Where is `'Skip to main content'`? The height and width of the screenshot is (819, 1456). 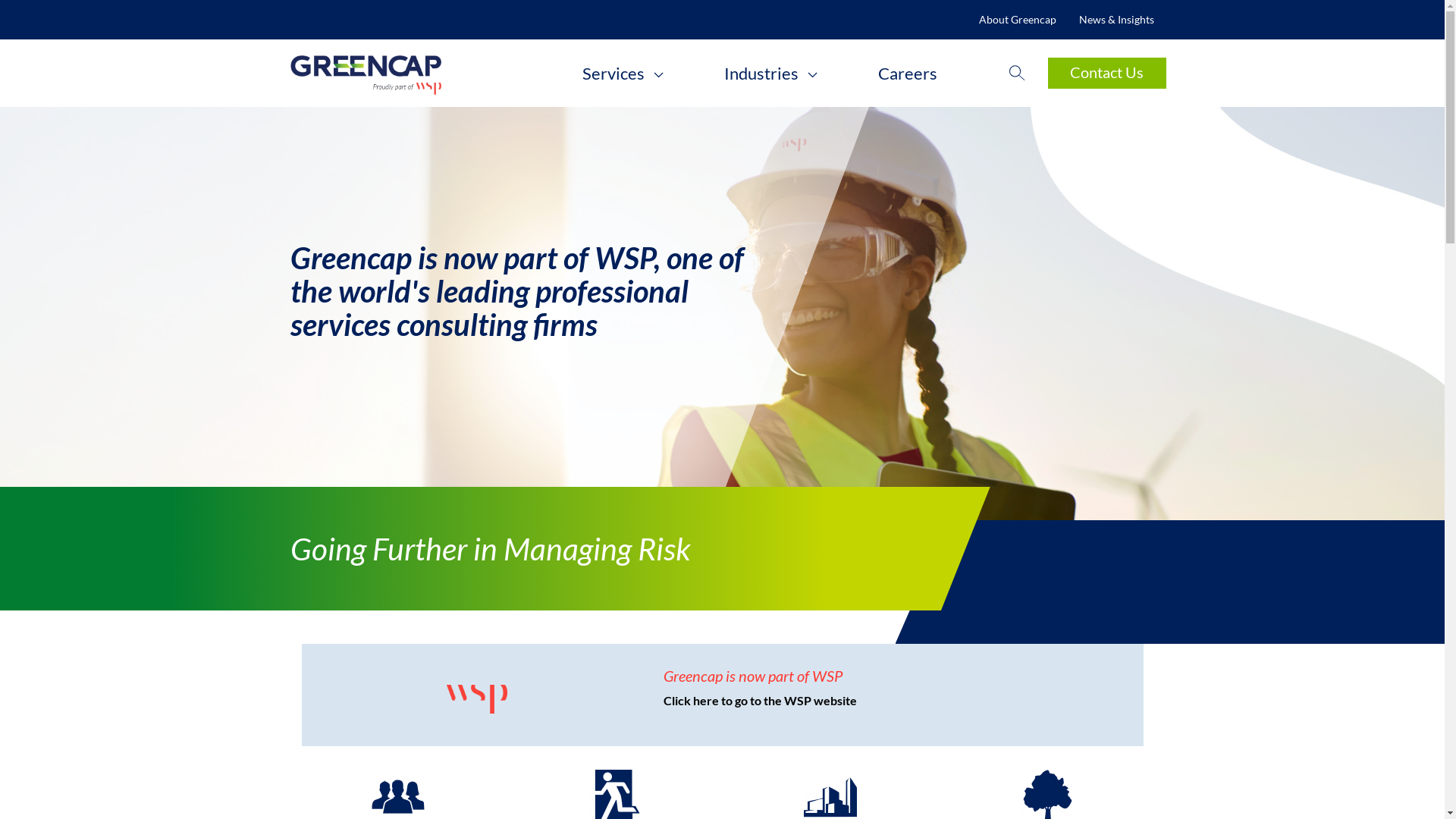 'Skip to main content' is located at coordinates (0, 0).